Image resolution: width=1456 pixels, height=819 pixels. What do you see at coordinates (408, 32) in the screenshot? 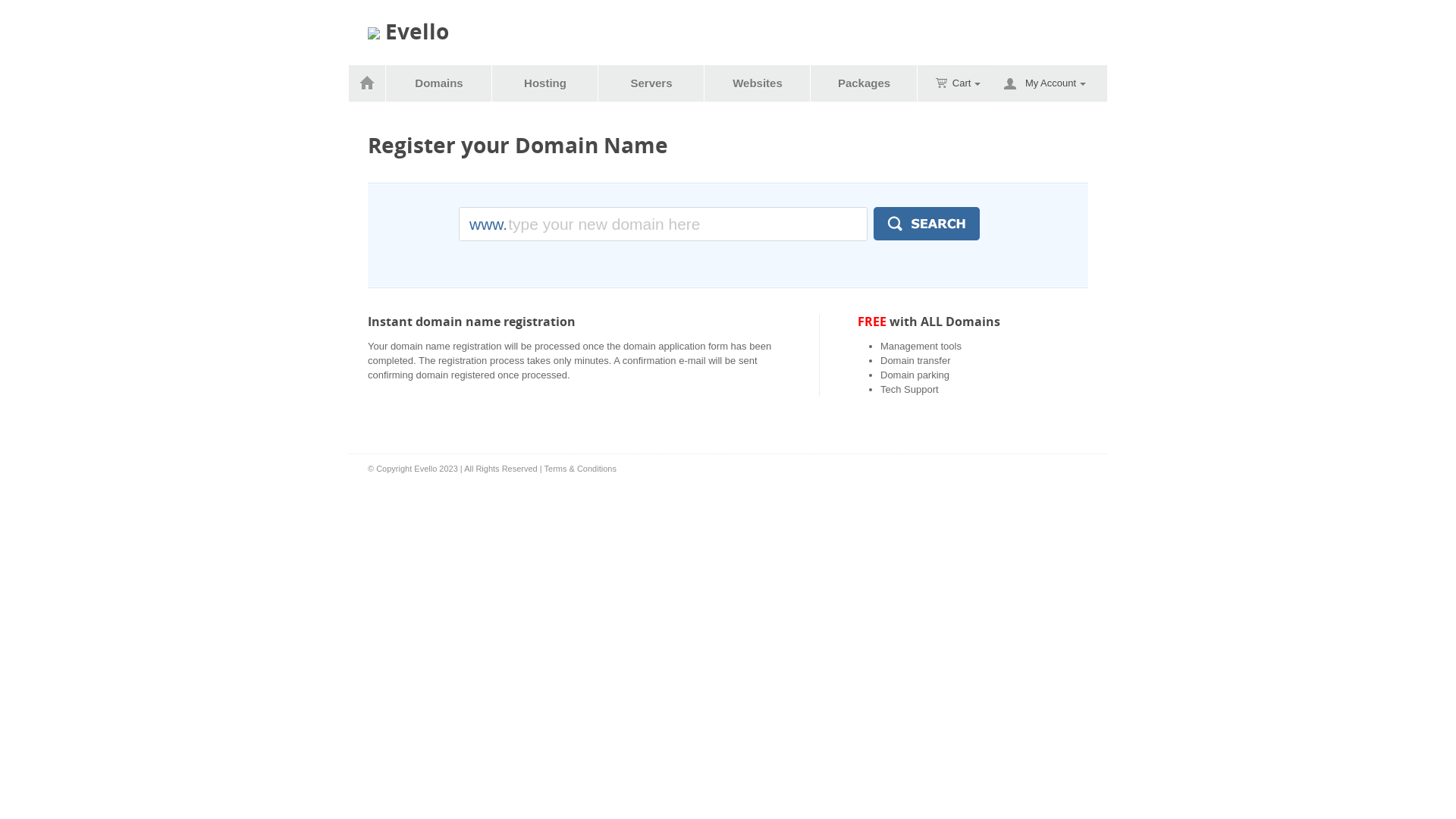
I see `'Evello'` at bounding box center [408, 32].